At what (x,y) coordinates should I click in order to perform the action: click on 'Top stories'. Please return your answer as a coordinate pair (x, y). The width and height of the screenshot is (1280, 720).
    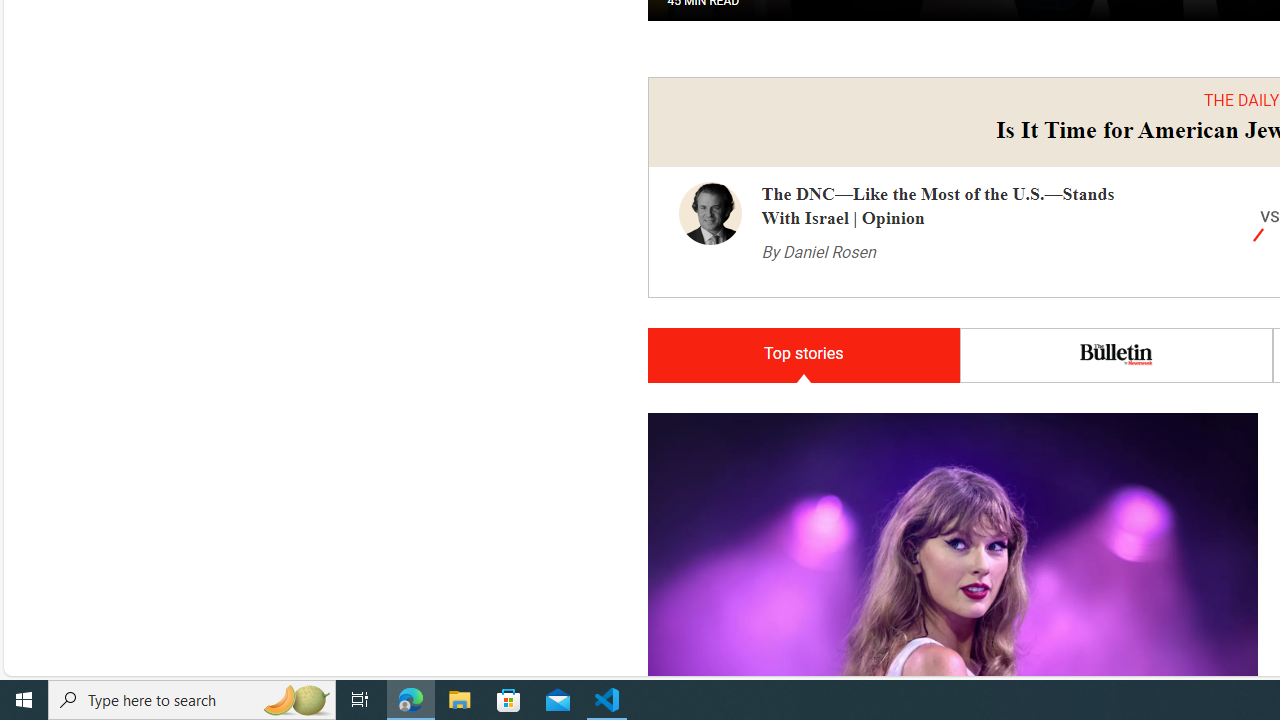
    Looking at the image, I should click on (803, 354).